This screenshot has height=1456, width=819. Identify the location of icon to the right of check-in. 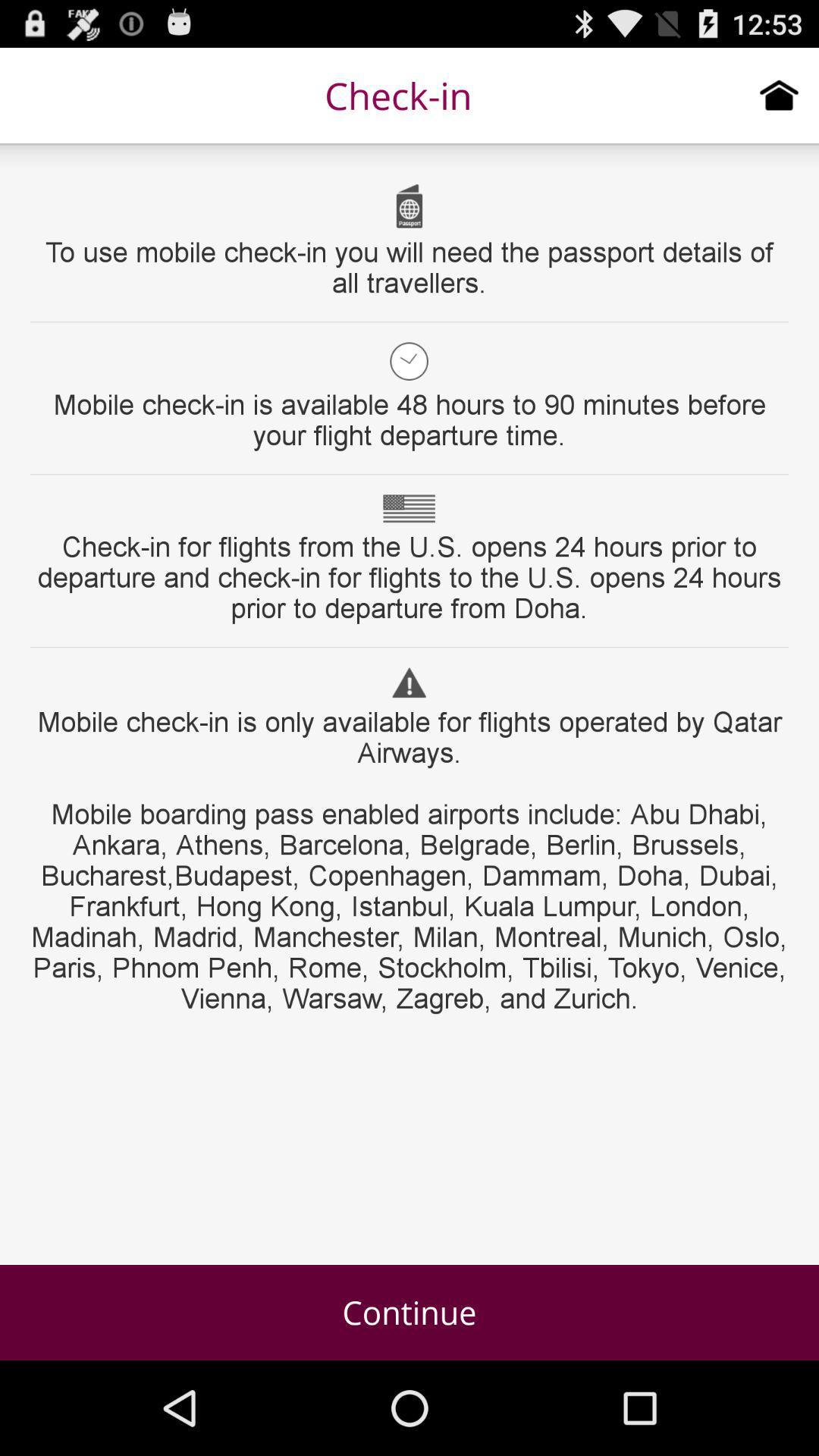
(779, 94).